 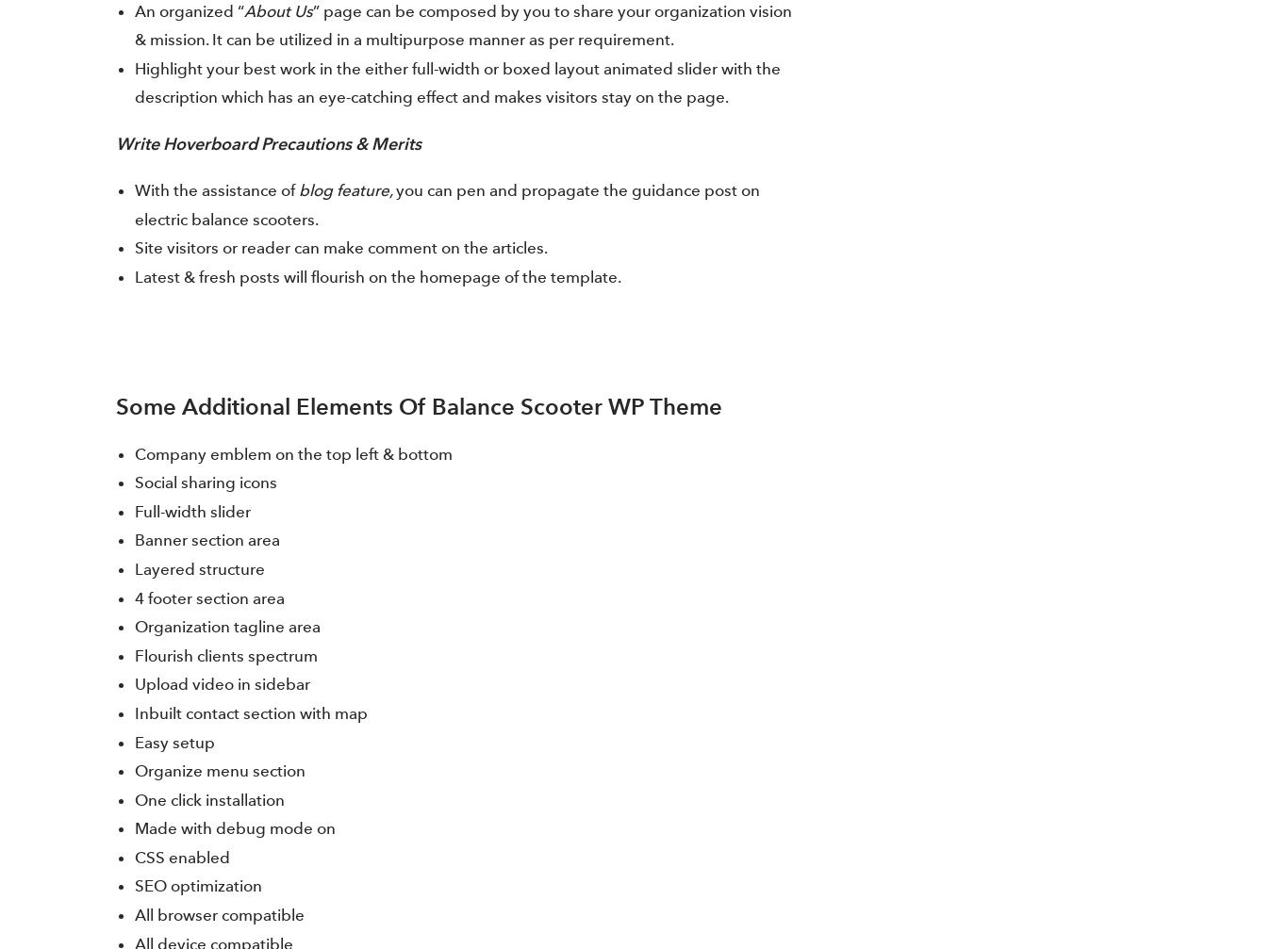 What do you see at coordinates (220, 769) in the screenshot?
I see `'Organize menu section'` at bounding box center [220, 769].